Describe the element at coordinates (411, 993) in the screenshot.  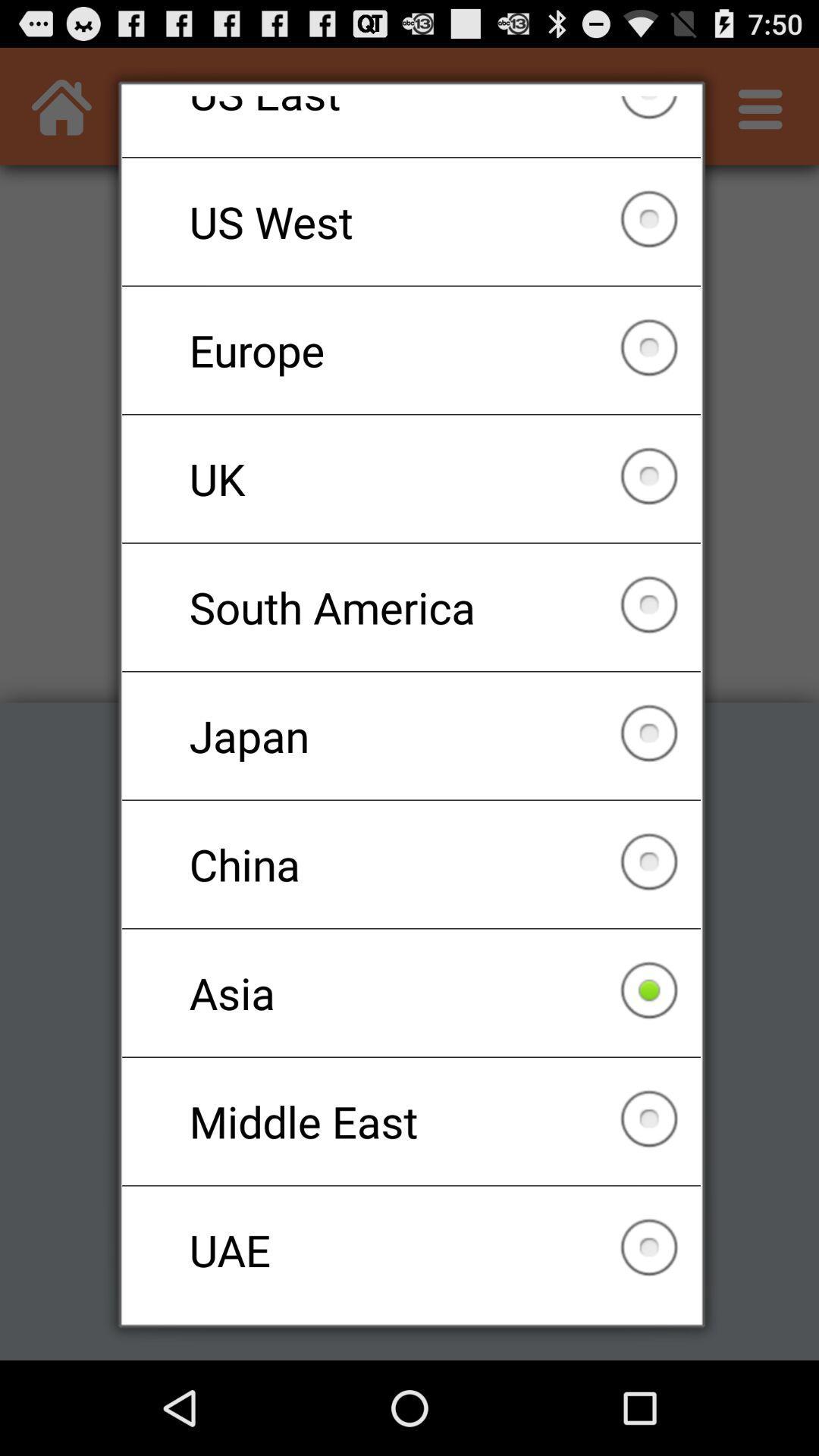
I see `item above     middle east checkbox` at that location.